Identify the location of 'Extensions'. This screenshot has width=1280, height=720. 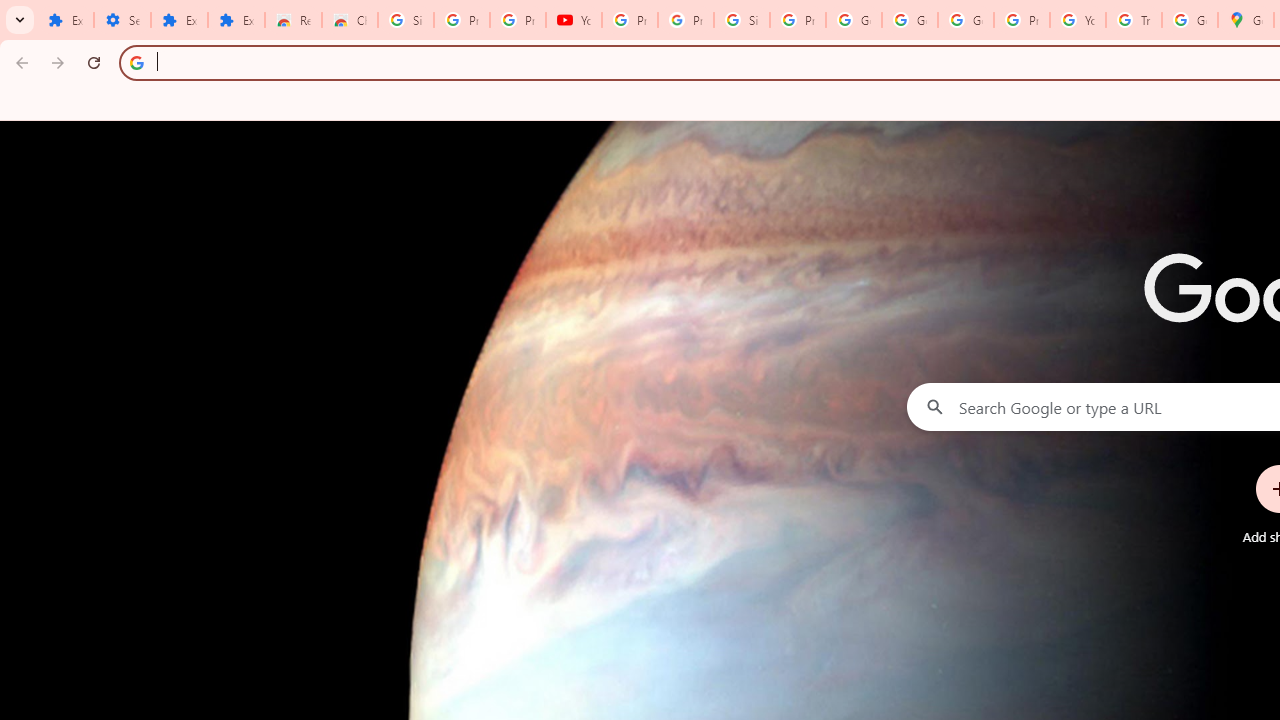
(179, 20).